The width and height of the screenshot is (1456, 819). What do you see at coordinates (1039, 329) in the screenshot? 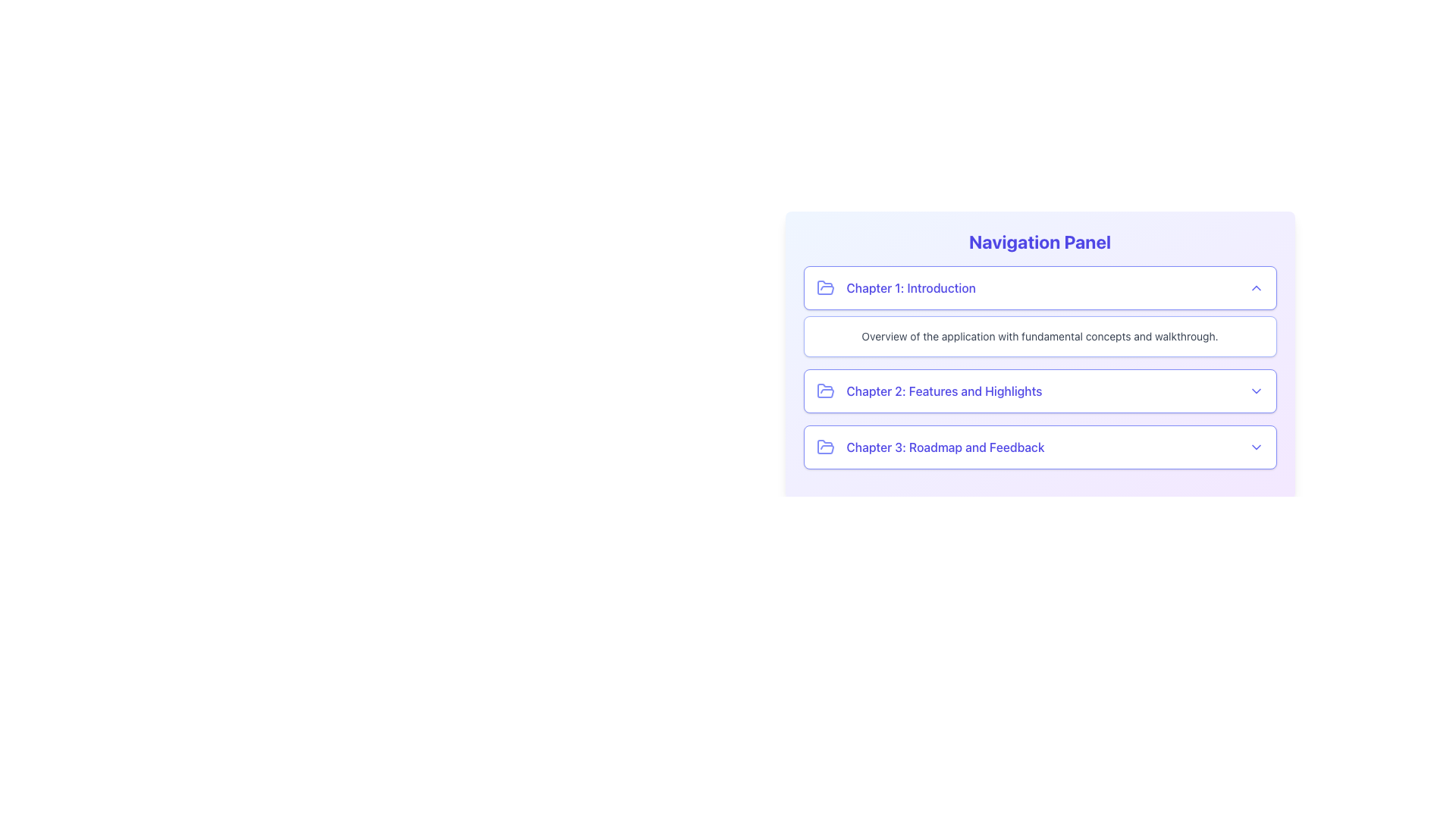
I see `the Text Display element that contains the title 'Overview of the application with fundamental concepts and walkthrough.'` at bounding box center [1039, 329].